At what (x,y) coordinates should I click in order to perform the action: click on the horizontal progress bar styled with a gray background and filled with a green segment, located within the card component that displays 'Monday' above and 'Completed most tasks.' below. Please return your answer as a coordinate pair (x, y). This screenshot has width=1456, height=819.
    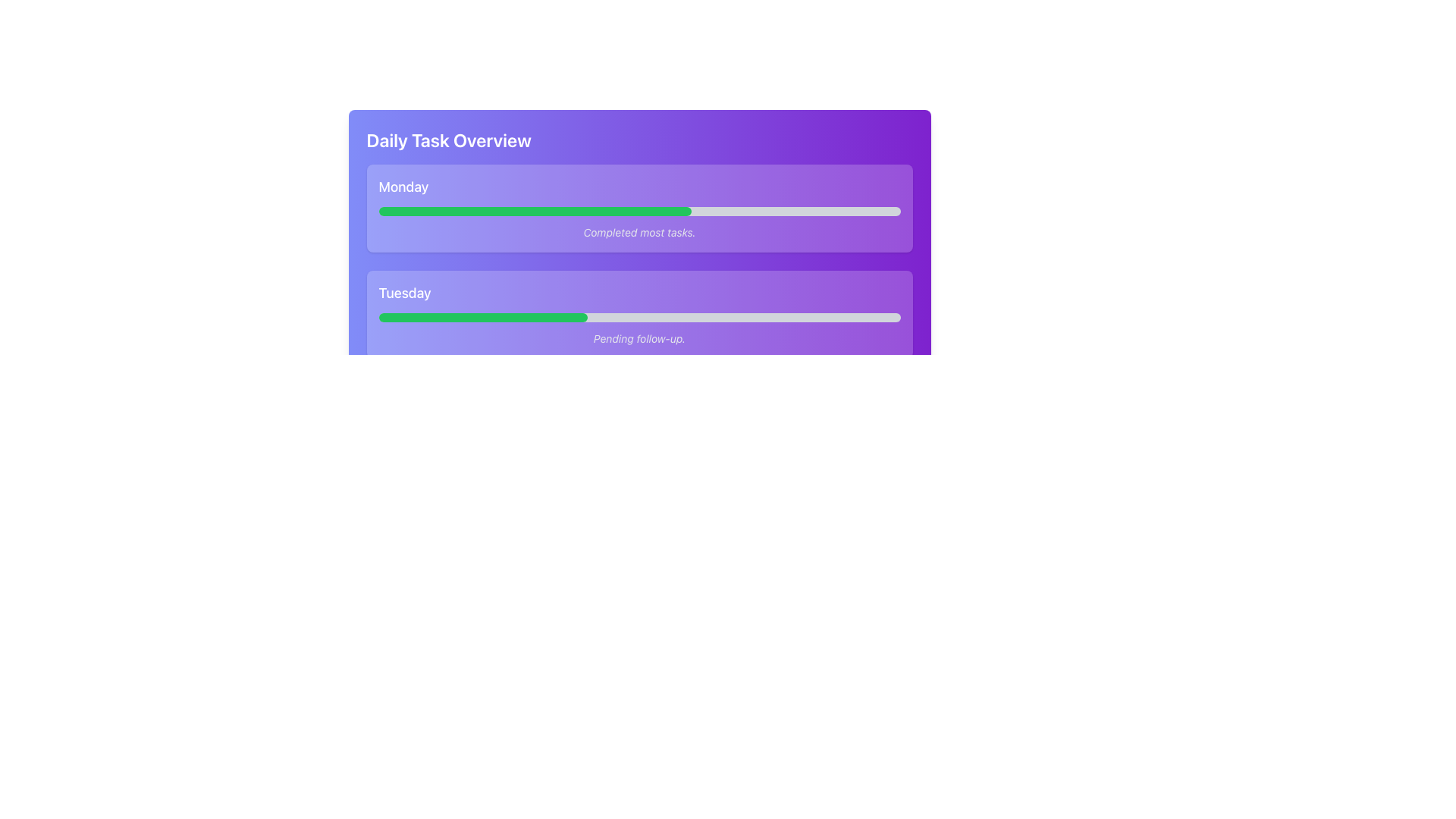
    Looking at the image, I should click on (639, 211).